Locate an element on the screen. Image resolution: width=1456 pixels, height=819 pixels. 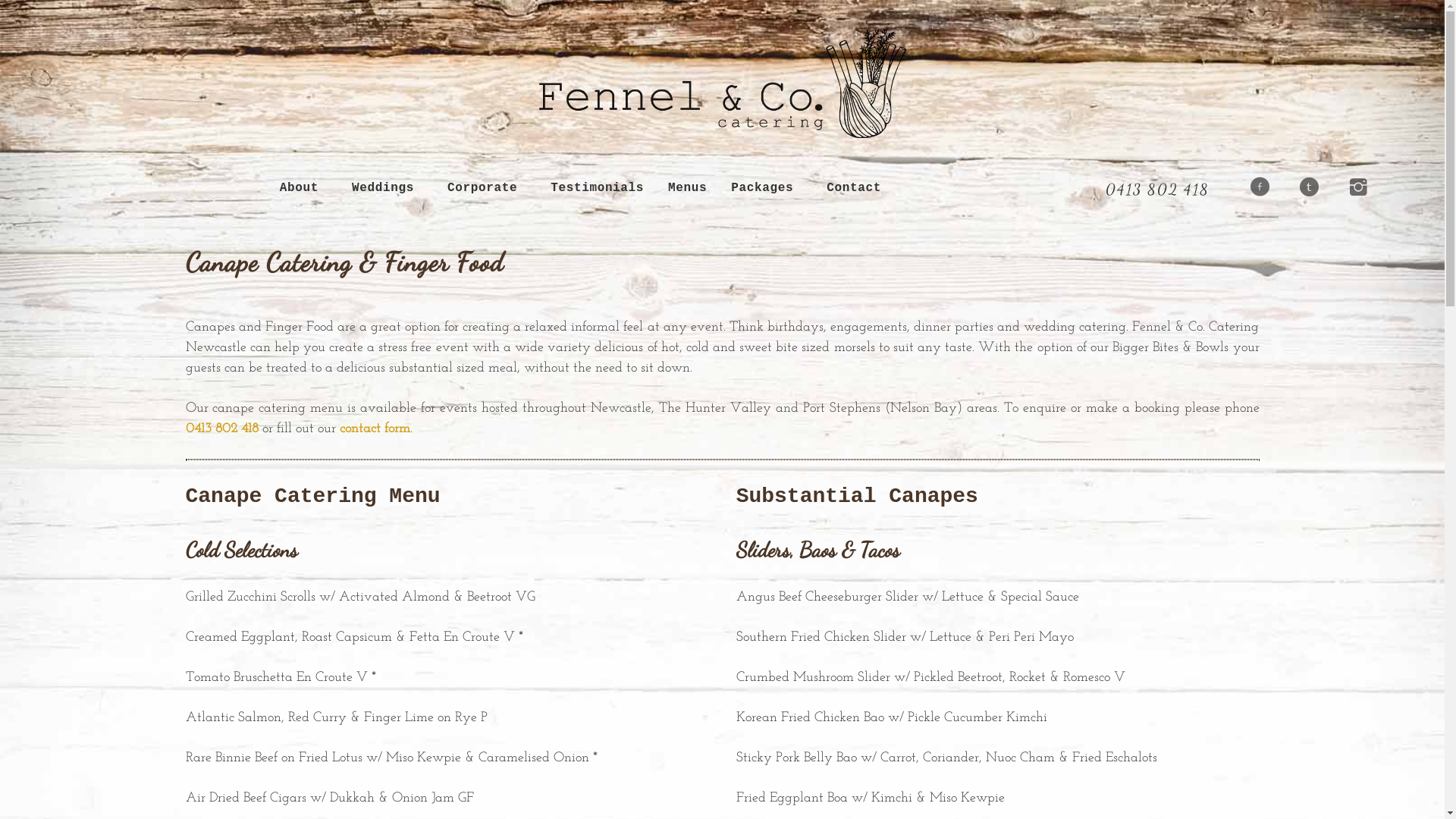
'About' is located at coordinates (299, 187).